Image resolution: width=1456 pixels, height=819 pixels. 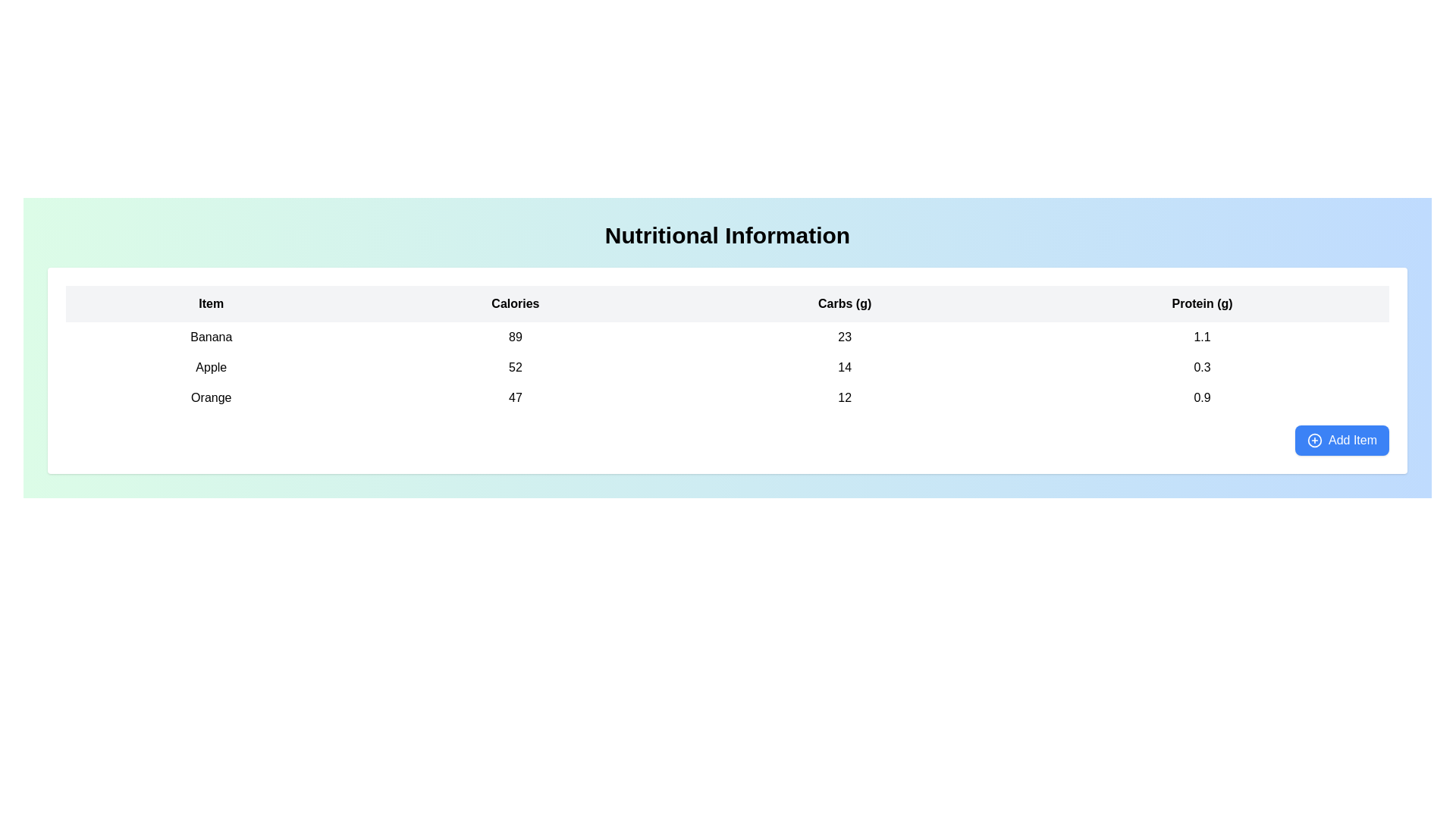 What do you see at coordinates (210, 336) in the screenshot?
I see `the text label displaying the name 'Banana' in the first row and first column of the table under the 'Item' heading` at bounding box center [210, 336].